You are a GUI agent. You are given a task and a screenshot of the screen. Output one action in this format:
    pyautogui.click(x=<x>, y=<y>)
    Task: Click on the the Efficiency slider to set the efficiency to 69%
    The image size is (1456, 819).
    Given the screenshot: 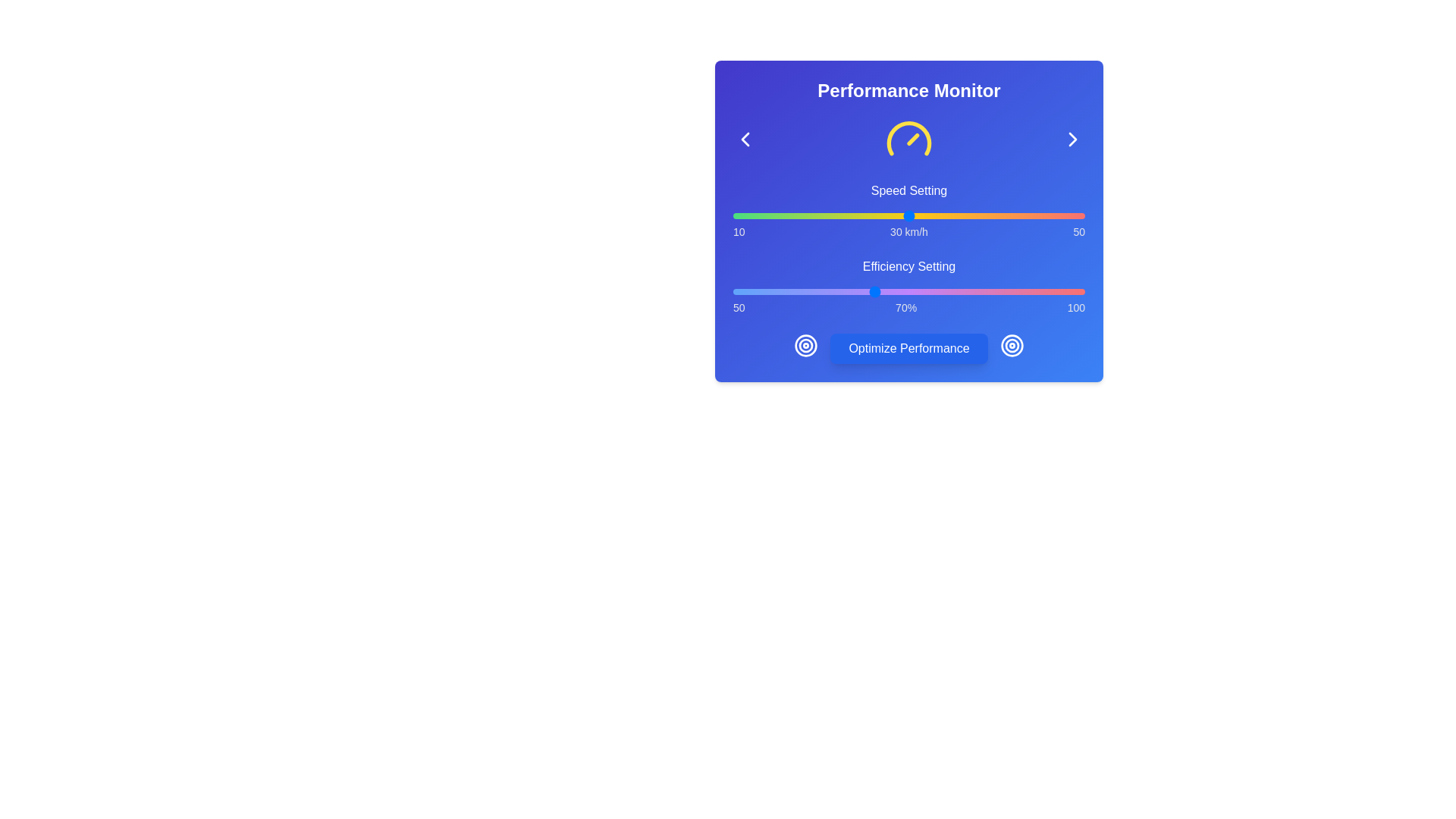 What is the action you would take?
    pyautogui.click(x=867, y=292)
    